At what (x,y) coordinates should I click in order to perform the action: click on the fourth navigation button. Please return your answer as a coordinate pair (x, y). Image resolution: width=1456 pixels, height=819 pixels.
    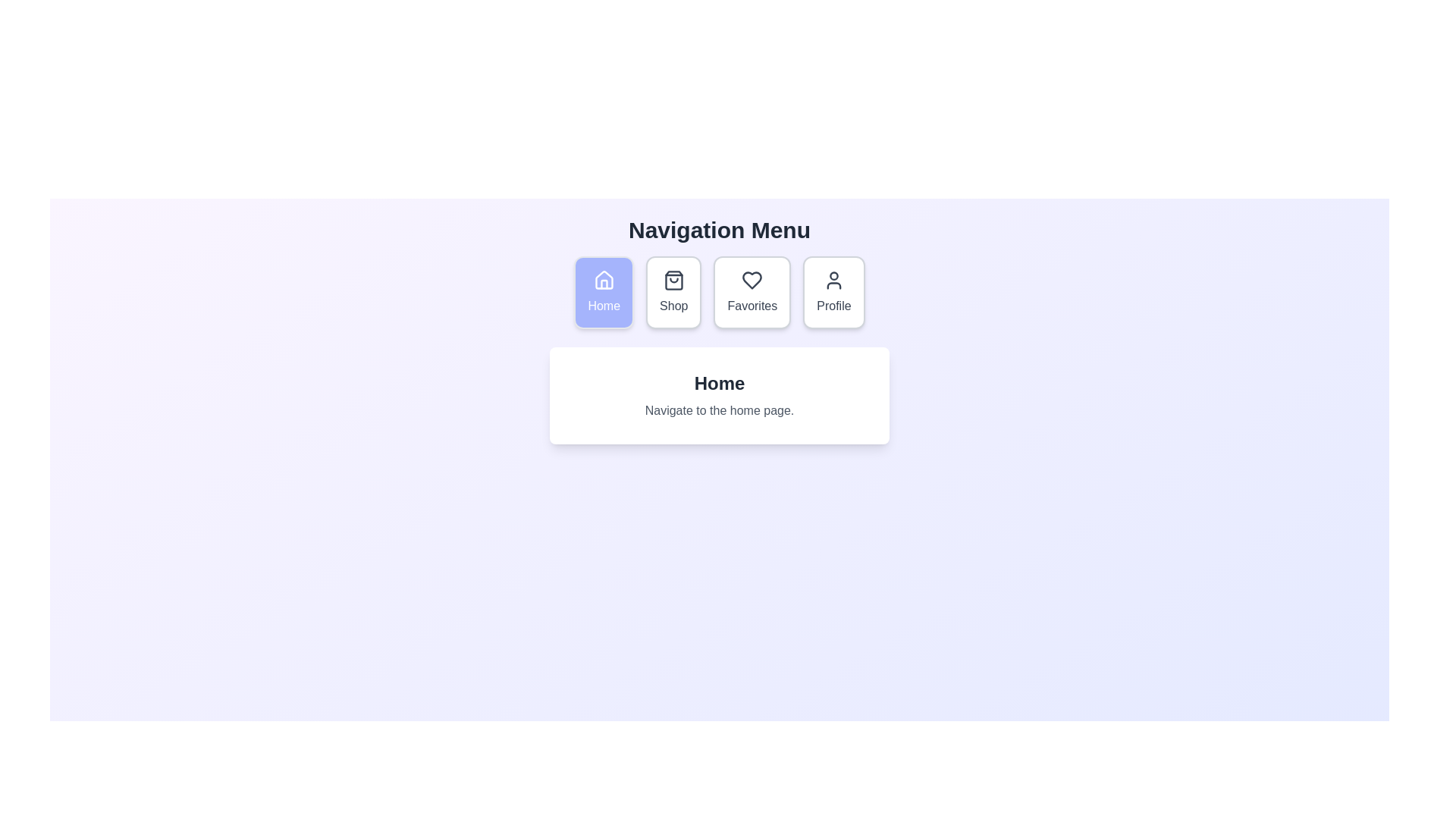
    Looking at the image, I should click on (833, 292).